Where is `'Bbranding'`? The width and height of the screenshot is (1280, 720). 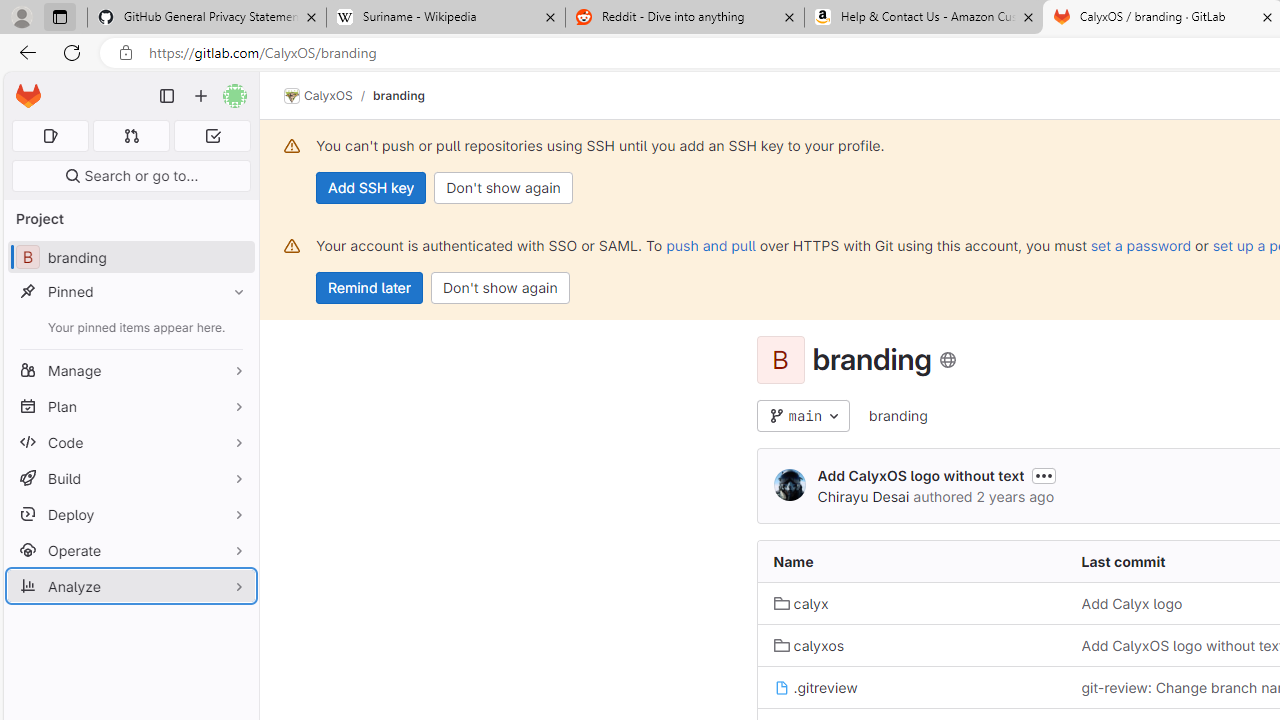 'Bbranding' is located at coordinates (130, 256).